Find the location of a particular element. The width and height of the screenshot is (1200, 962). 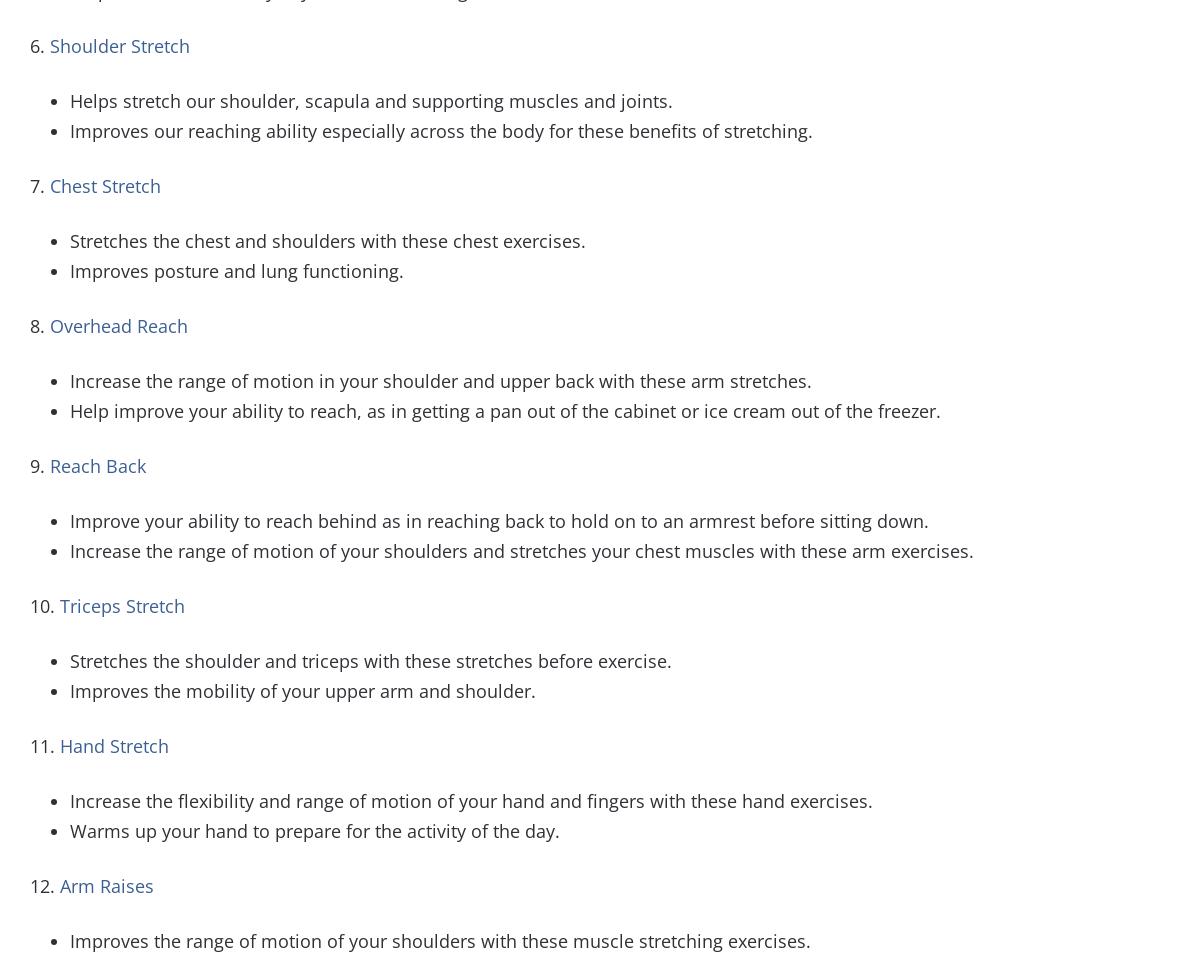

'Increase the flexibility and range of motion of your hand and fingers with these hand exercises.' is located at coordinates (470, 798).